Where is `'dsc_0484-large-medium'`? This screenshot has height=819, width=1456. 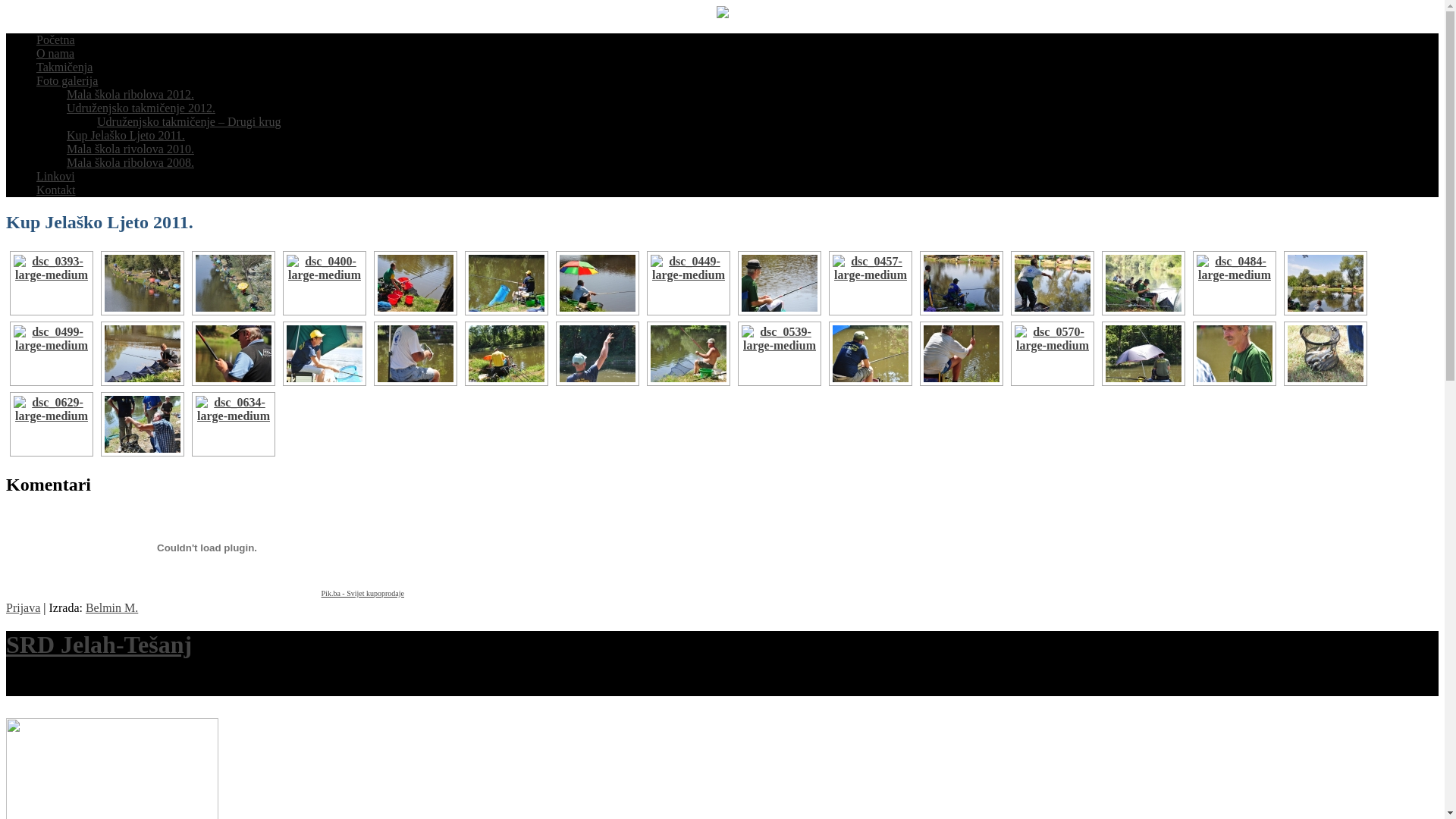 'dsc_0484-large-medium' is located at coordinates (1234, 283).